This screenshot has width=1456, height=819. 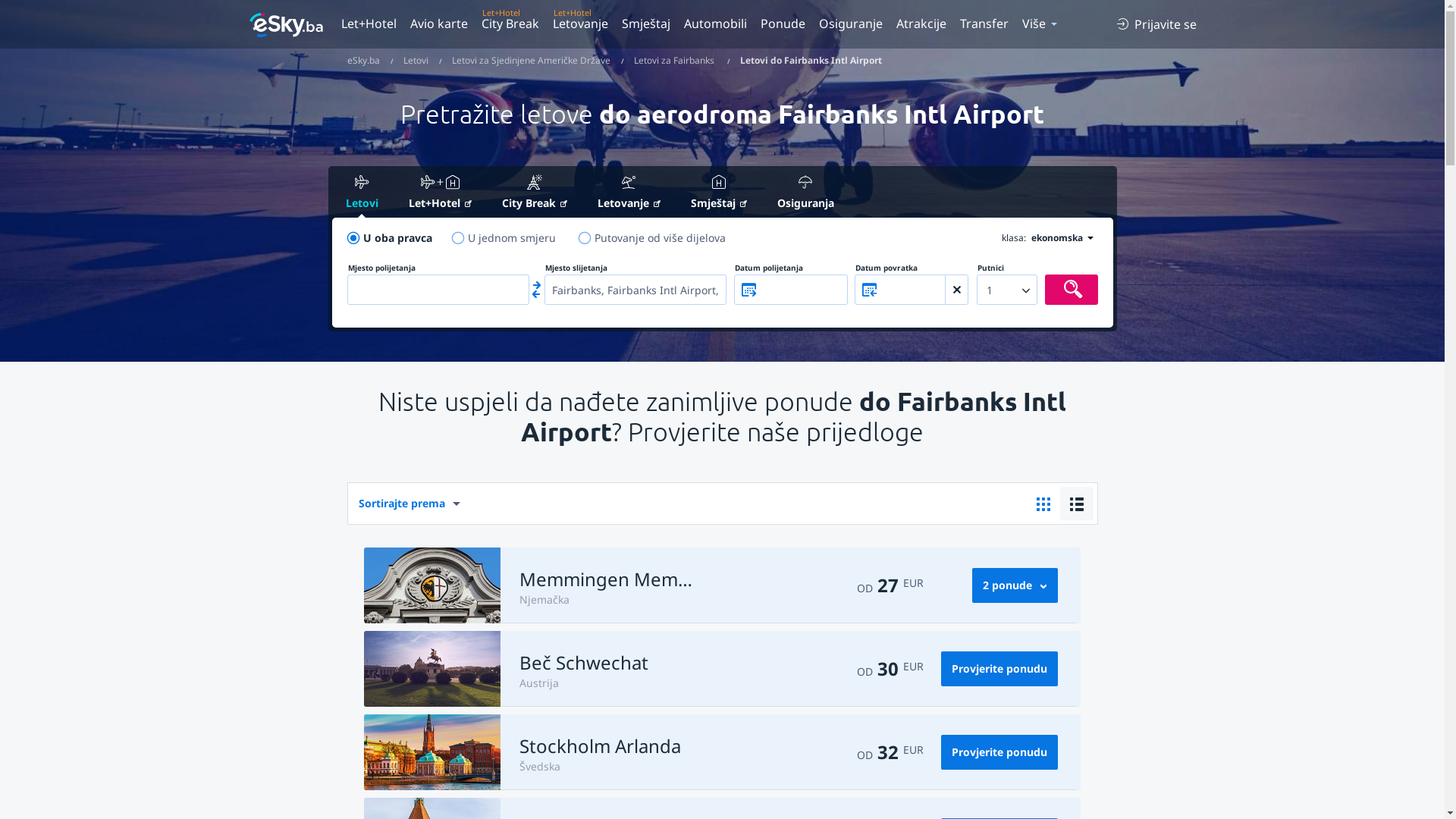 I want to click on 'City Break', so click(x=510, y=23).